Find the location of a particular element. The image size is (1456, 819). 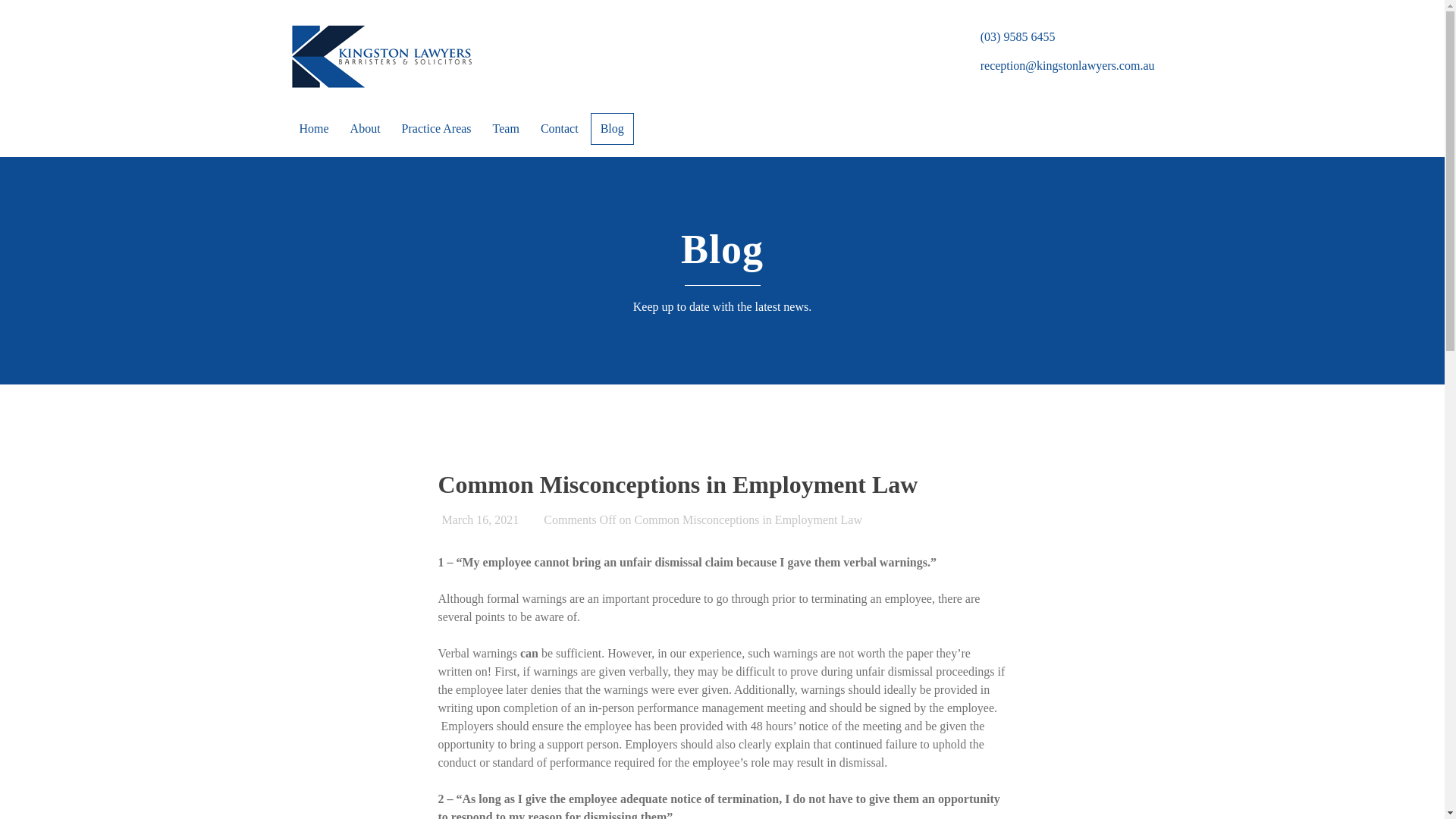

'Home' is located at coordinates (312, 127).